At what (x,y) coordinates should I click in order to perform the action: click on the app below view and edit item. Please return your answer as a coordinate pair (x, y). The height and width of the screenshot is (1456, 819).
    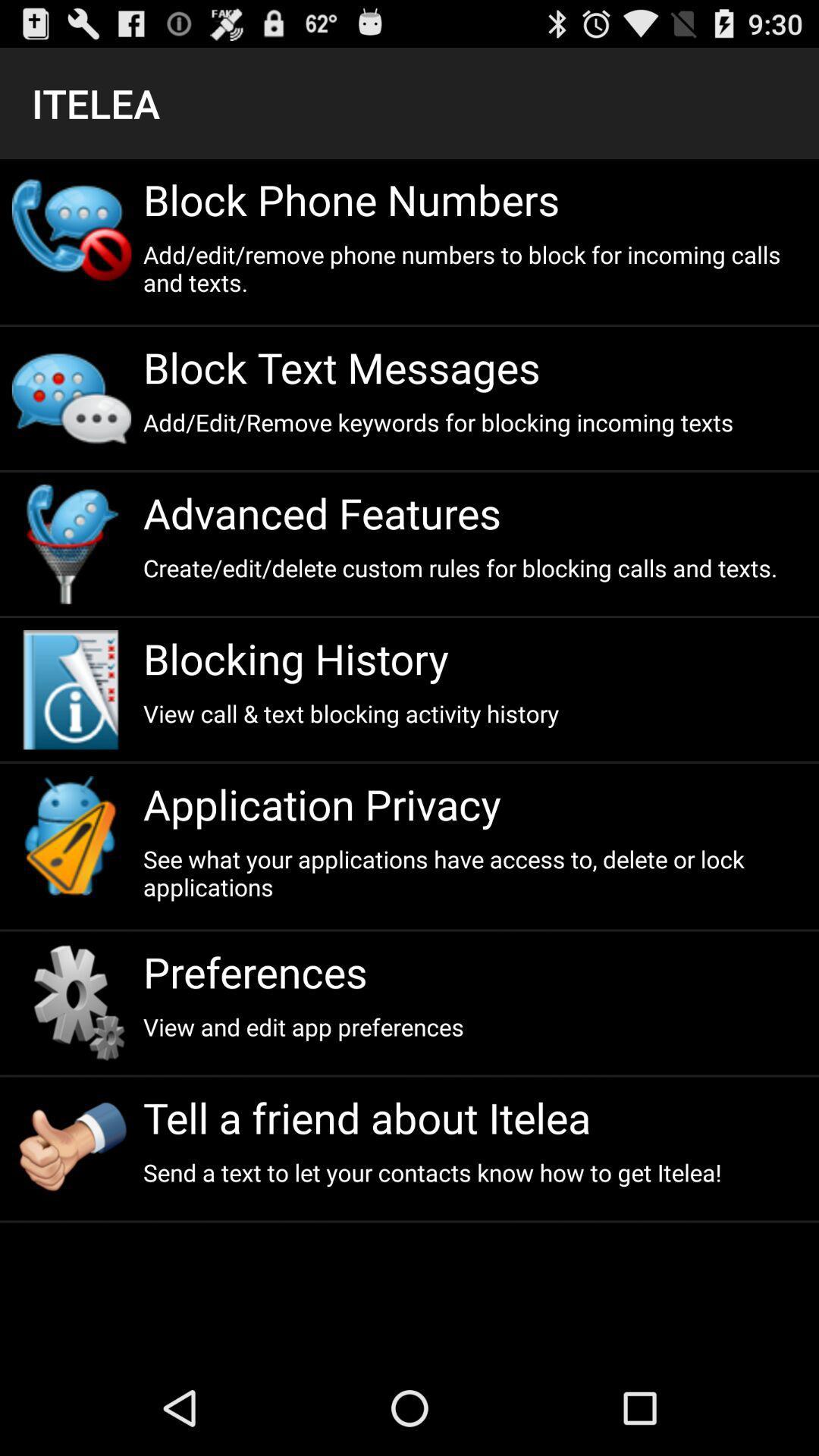
    Looking at the image, I should click on (474, 1117).